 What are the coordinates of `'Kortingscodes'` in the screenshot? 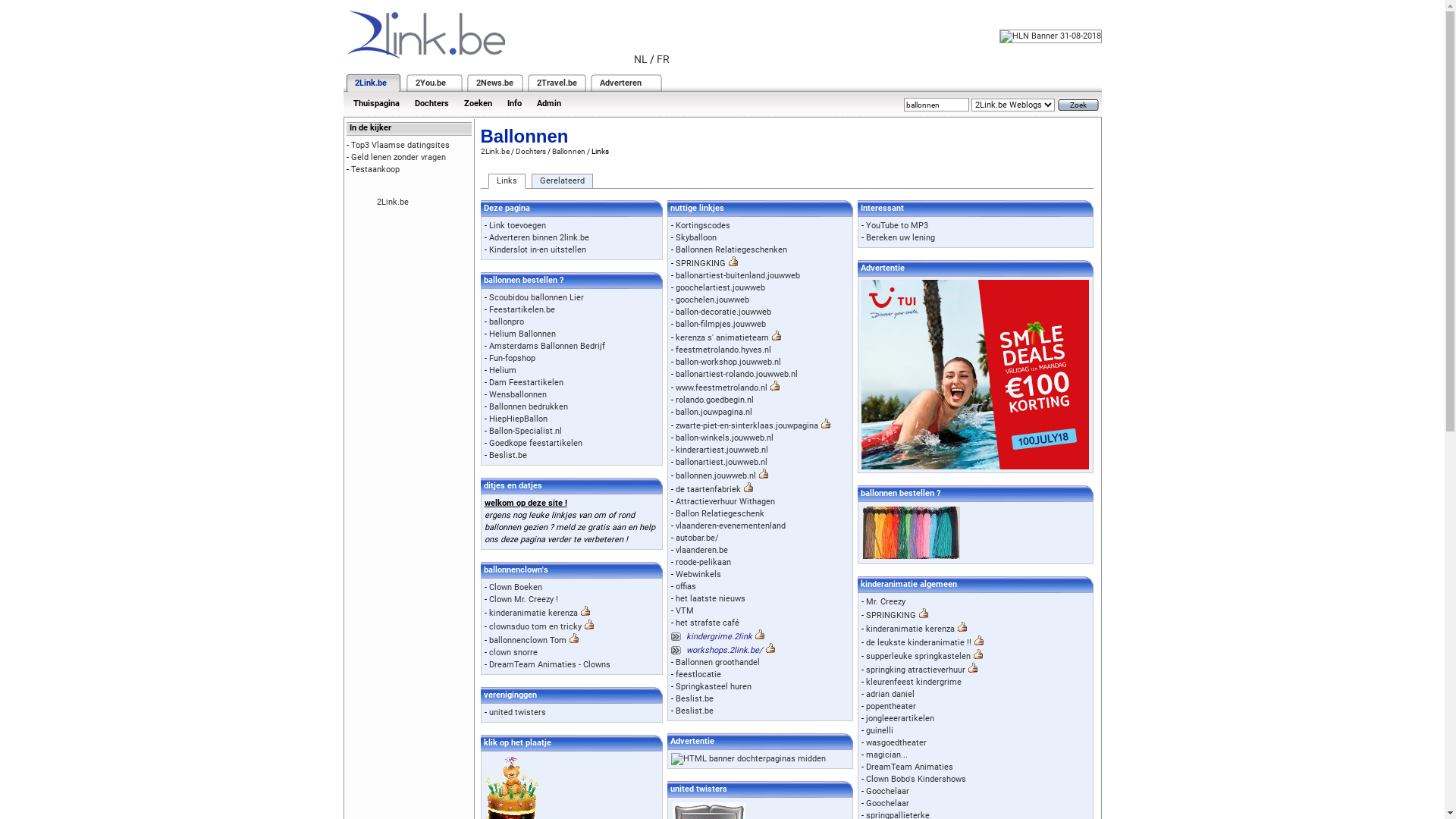 It's located at (701, 225).